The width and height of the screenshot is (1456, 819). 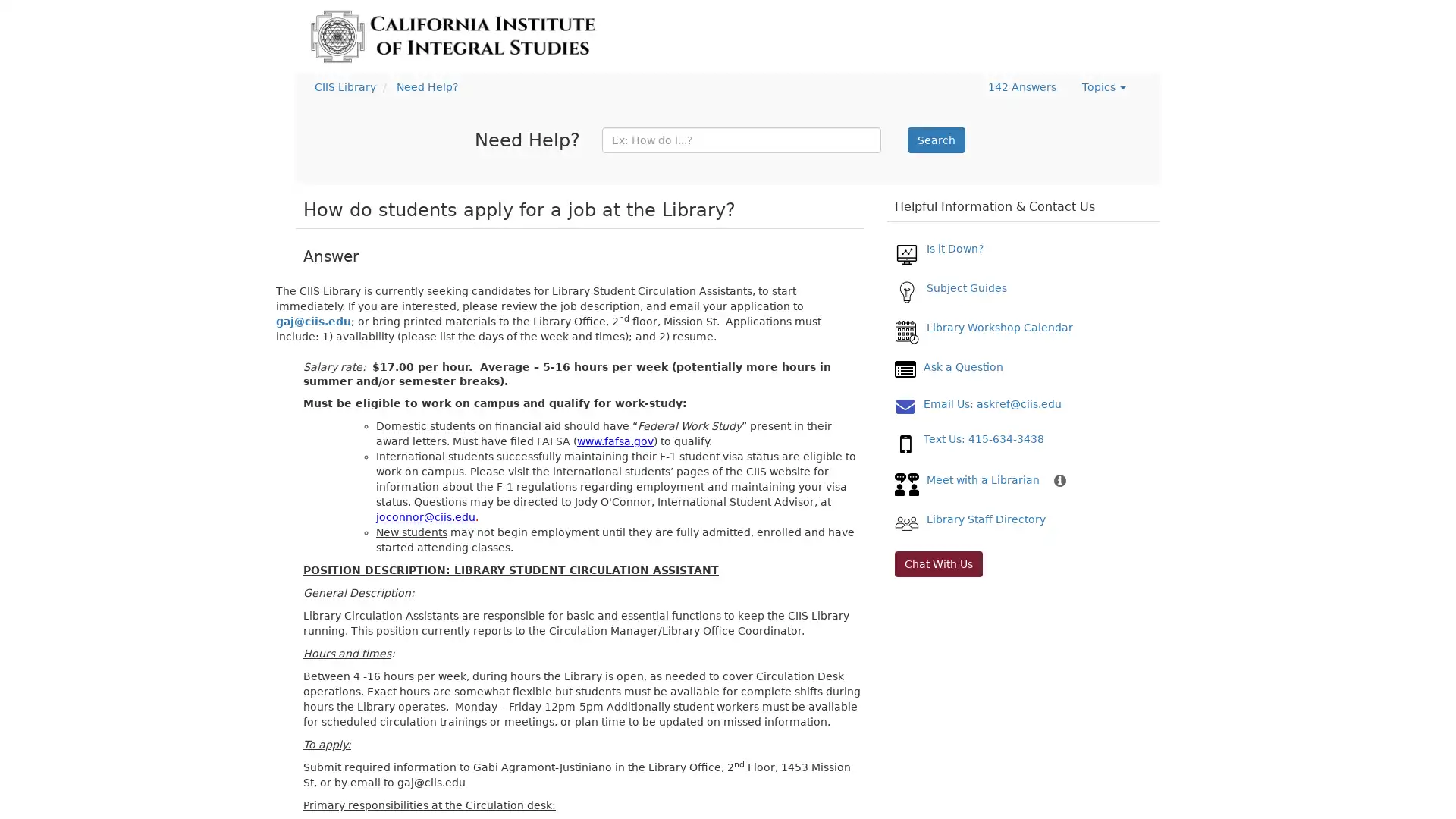 What do you see at coordinates (938, 564) in the screenshot?
I see `Chat With Us` at bounding box center [938, 564].